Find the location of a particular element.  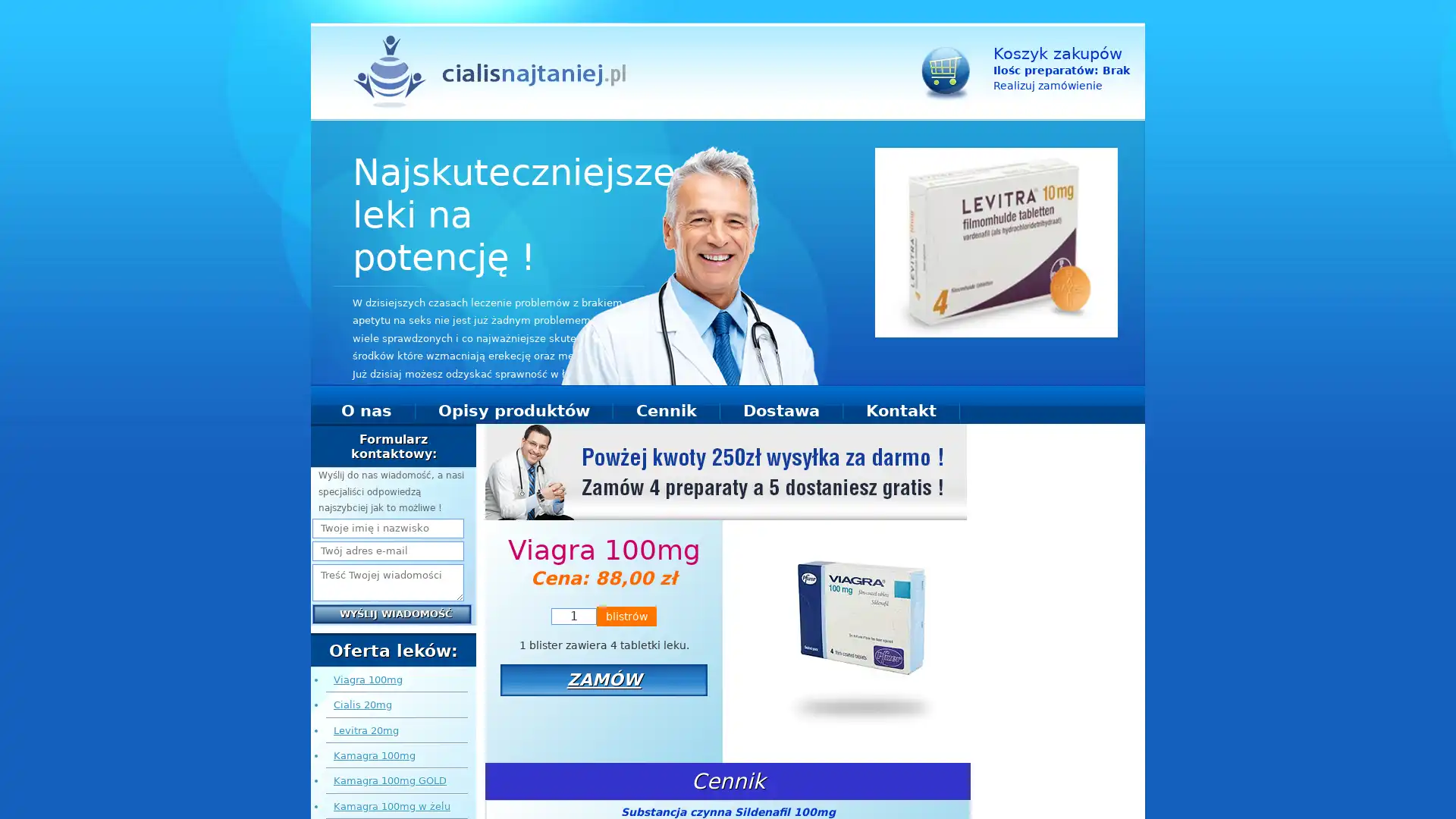

Wyslij wiadomosc is located at coordinates (392, 613).